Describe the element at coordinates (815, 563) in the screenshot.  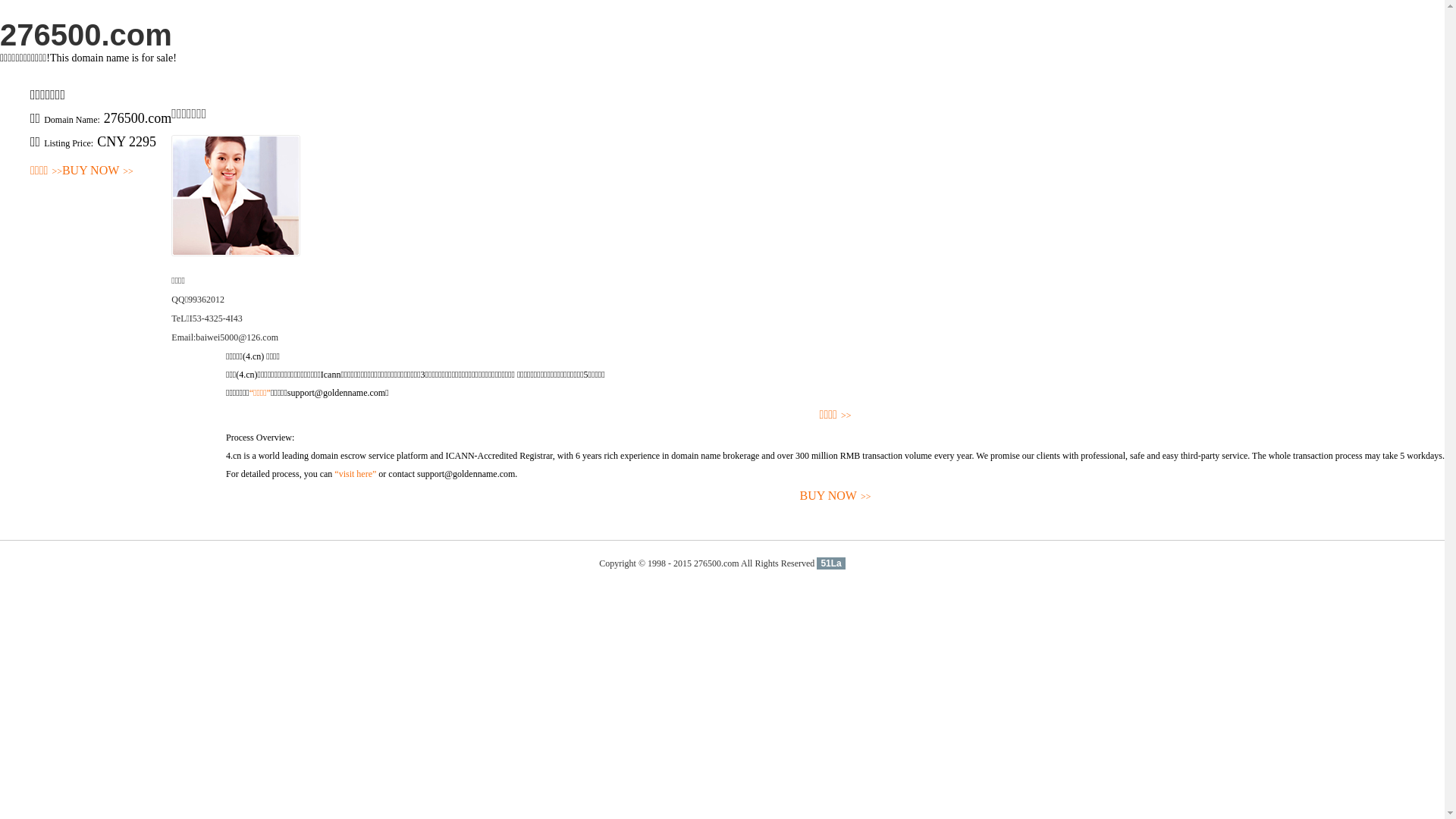
I see `'51La'` at that location.